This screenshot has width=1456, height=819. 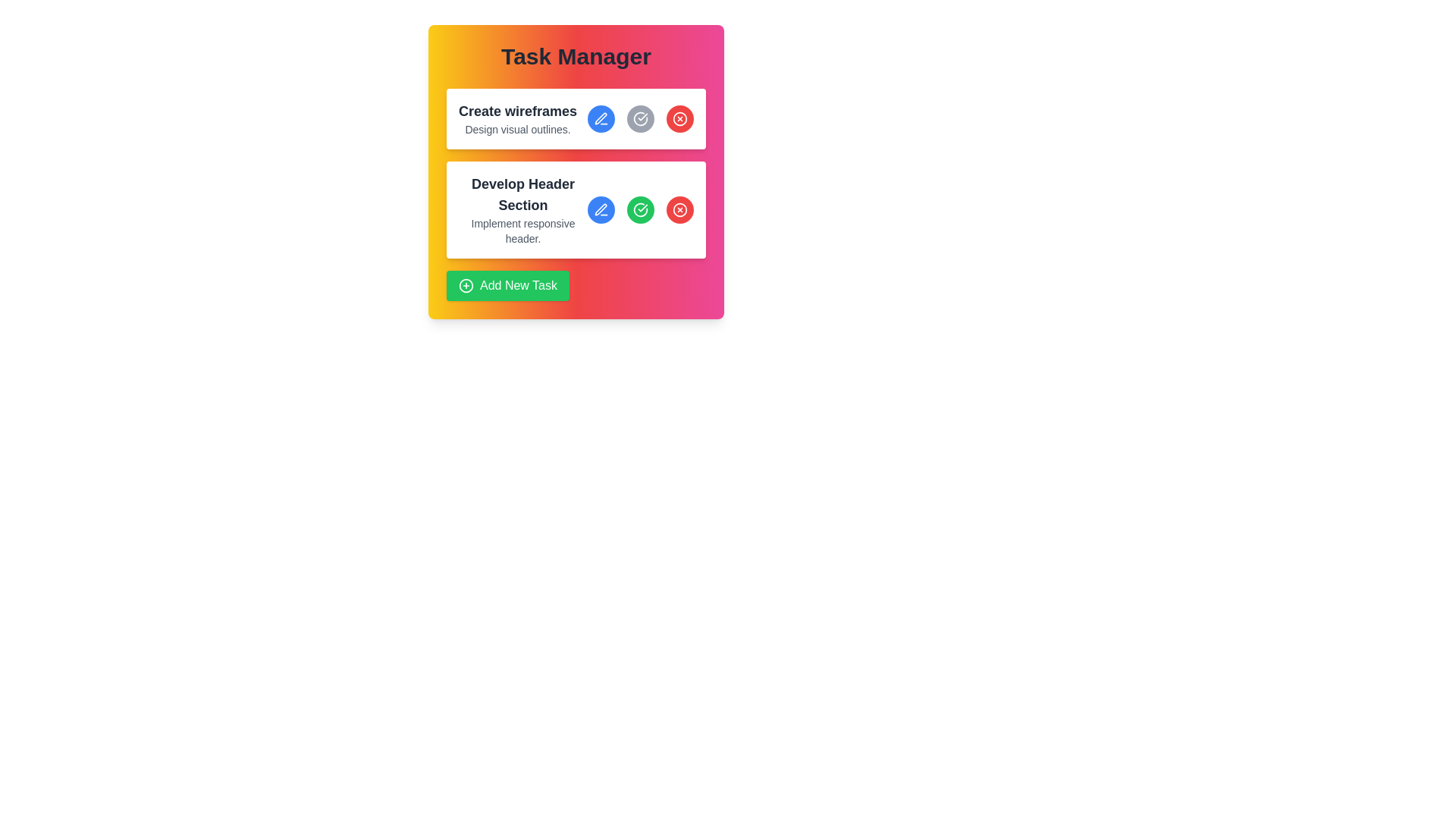 I want to click on the text label displaying 'Implement responsive header.' located below the heading 'Develop Header Section', so click(x=523, y=231).